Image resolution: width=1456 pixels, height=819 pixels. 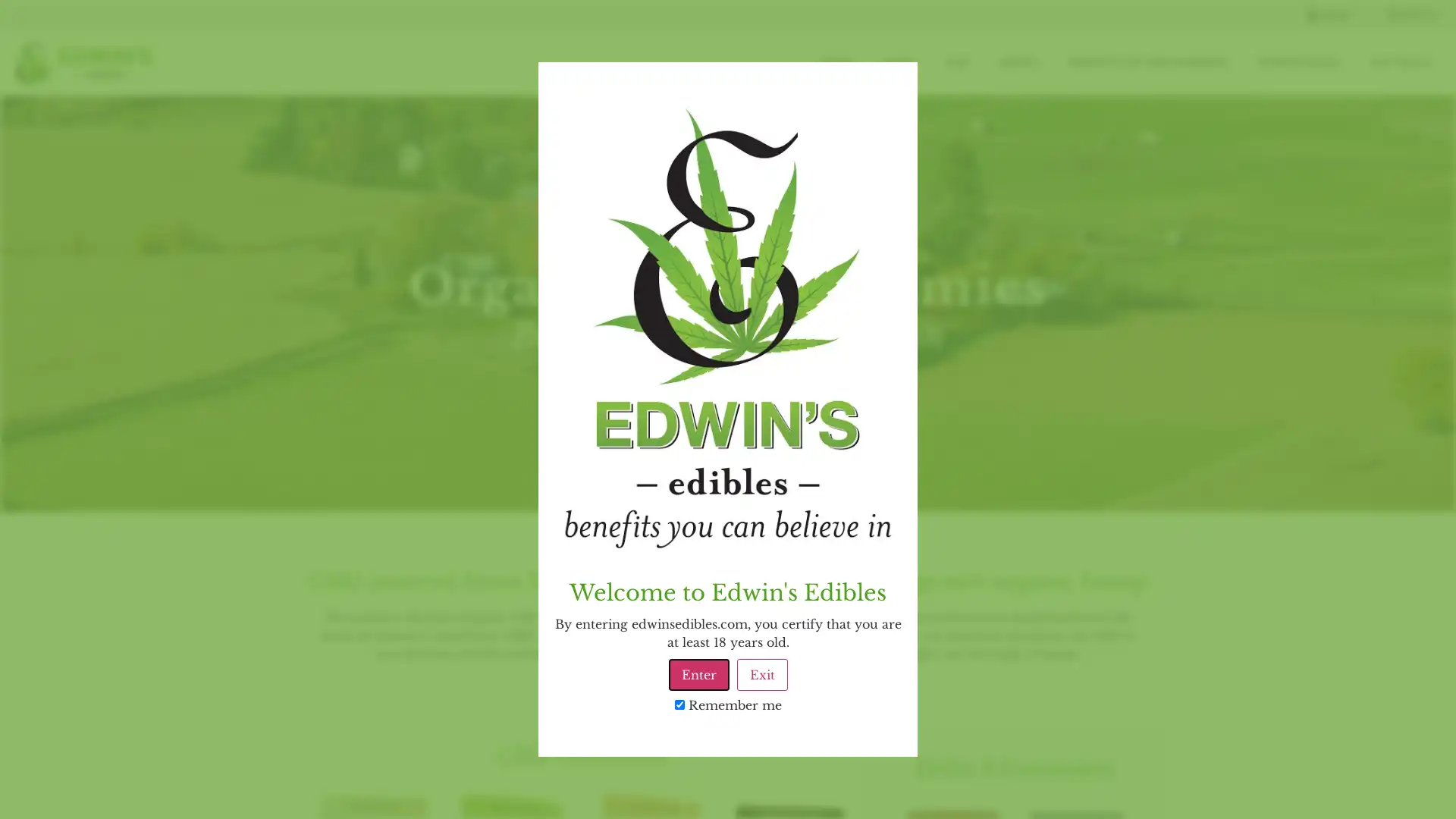 What do you see at coordinates (698, 674) in the screenshot?
I see `Enter` at bounding box center [698, 674].